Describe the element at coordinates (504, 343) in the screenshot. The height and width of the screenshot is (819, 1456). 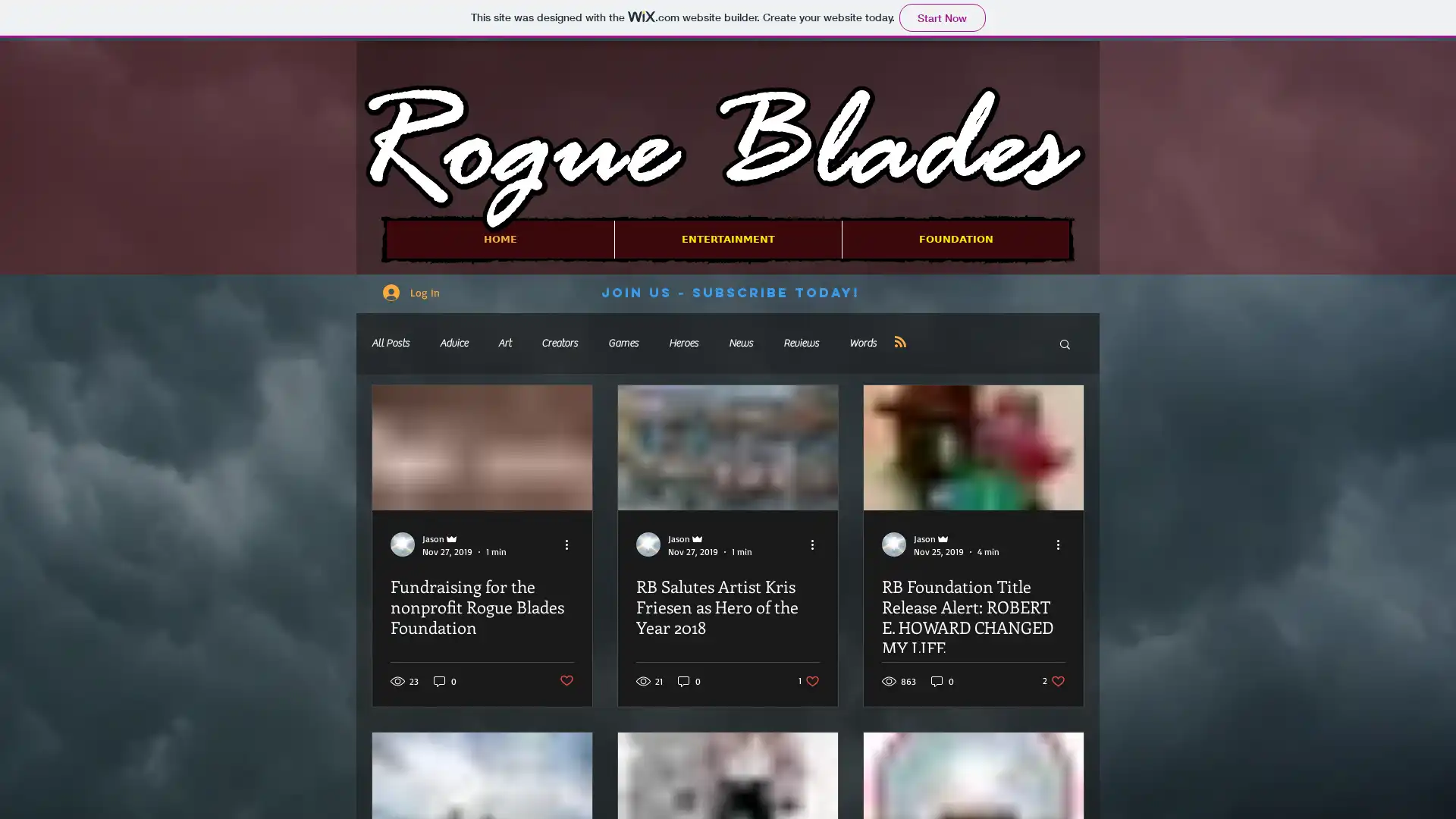
I see `Art` at that location.